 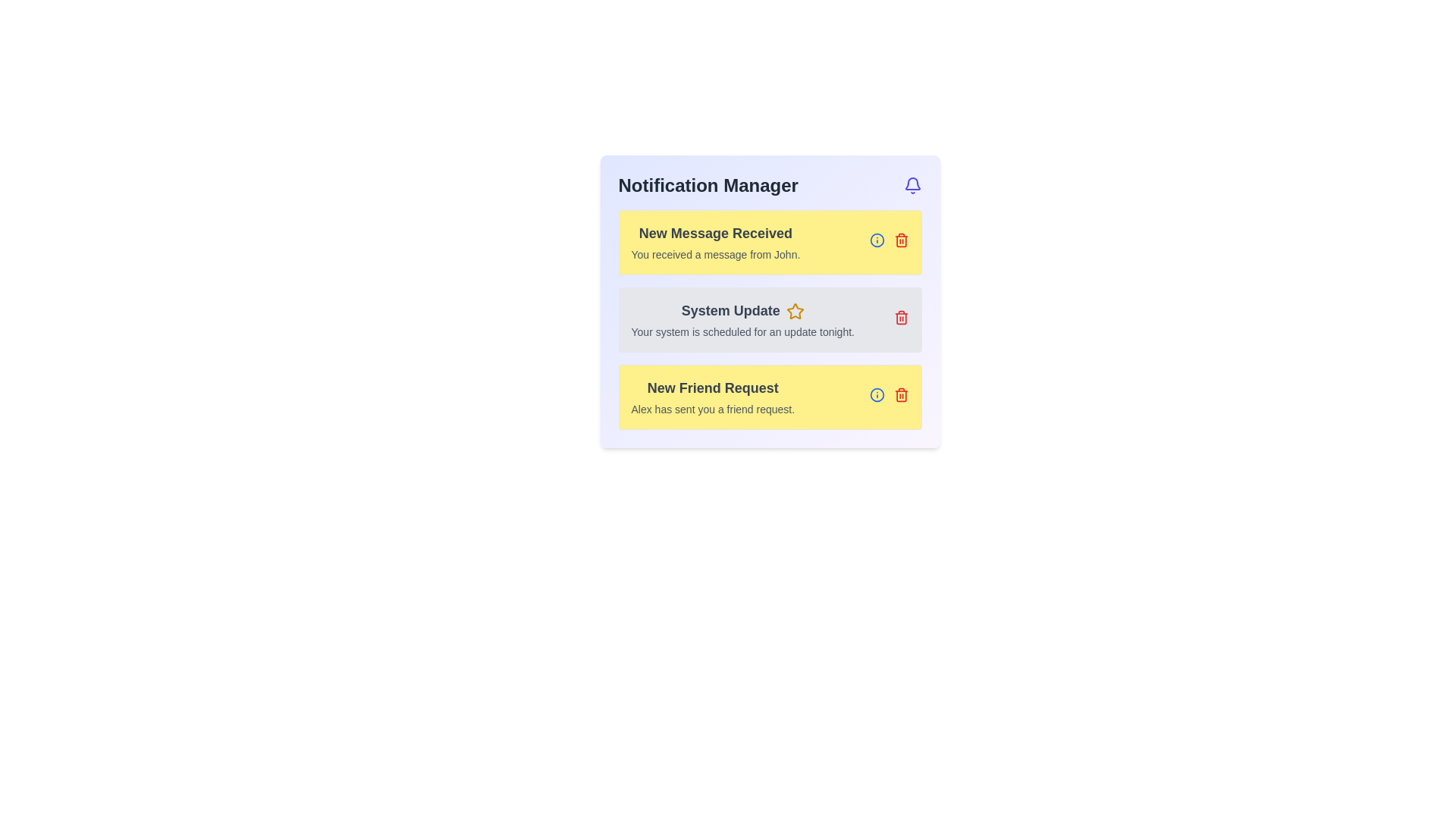 I want to click on text message displayed in the Text Label that says 'Alex has sent you a friend request.' located under the 'New Friend Request' header in the Notification Manager interface, so click(x=712, y=409).